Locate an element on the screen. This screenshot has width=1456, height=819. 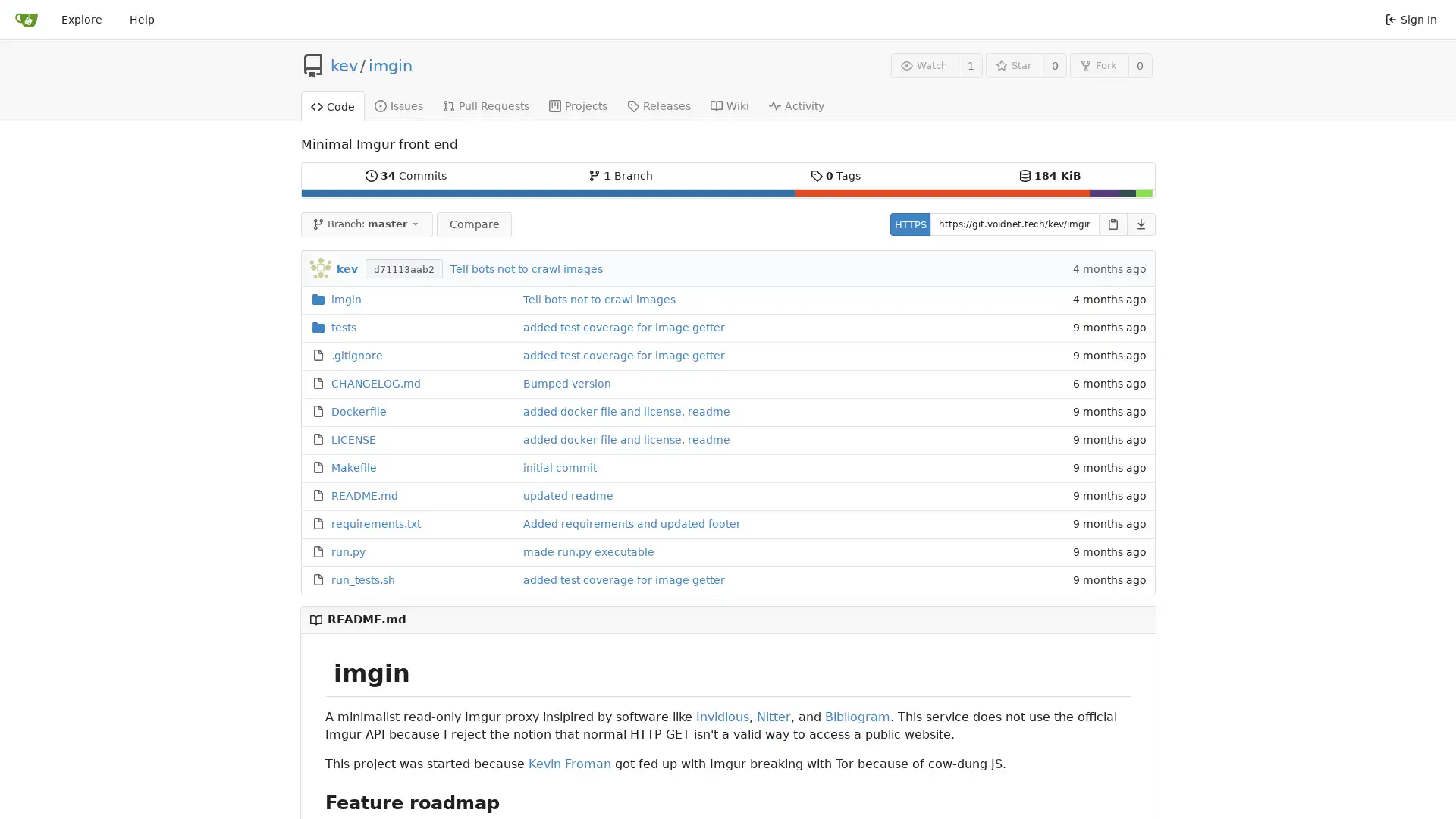
Compare is located at coordinates (472, 224).